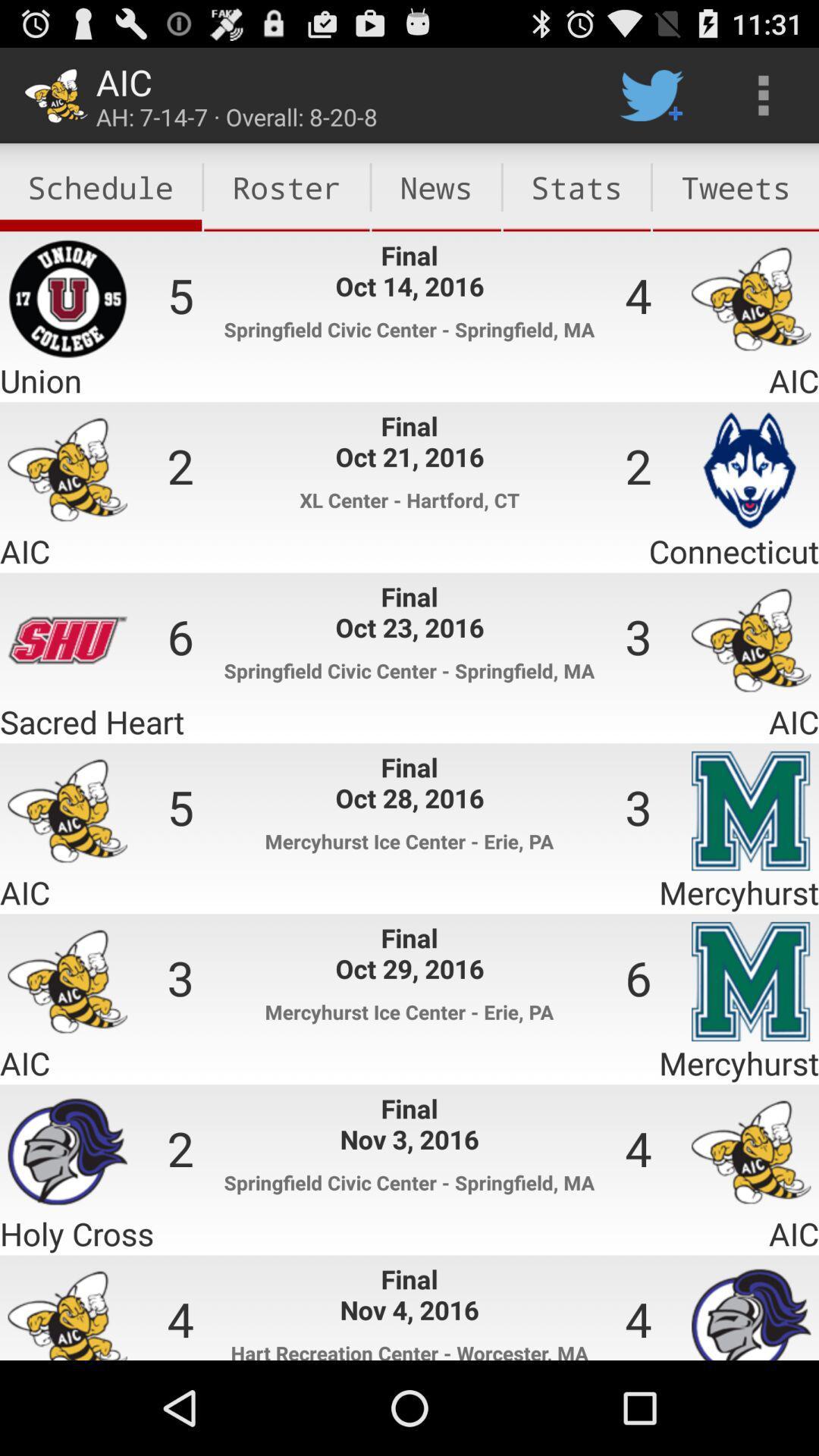 The width and height of the screenshot is (819, 1456). Describe the element at coordinates (287, 187) in the screenshot. I see `item above final oct 14 app` at that location.